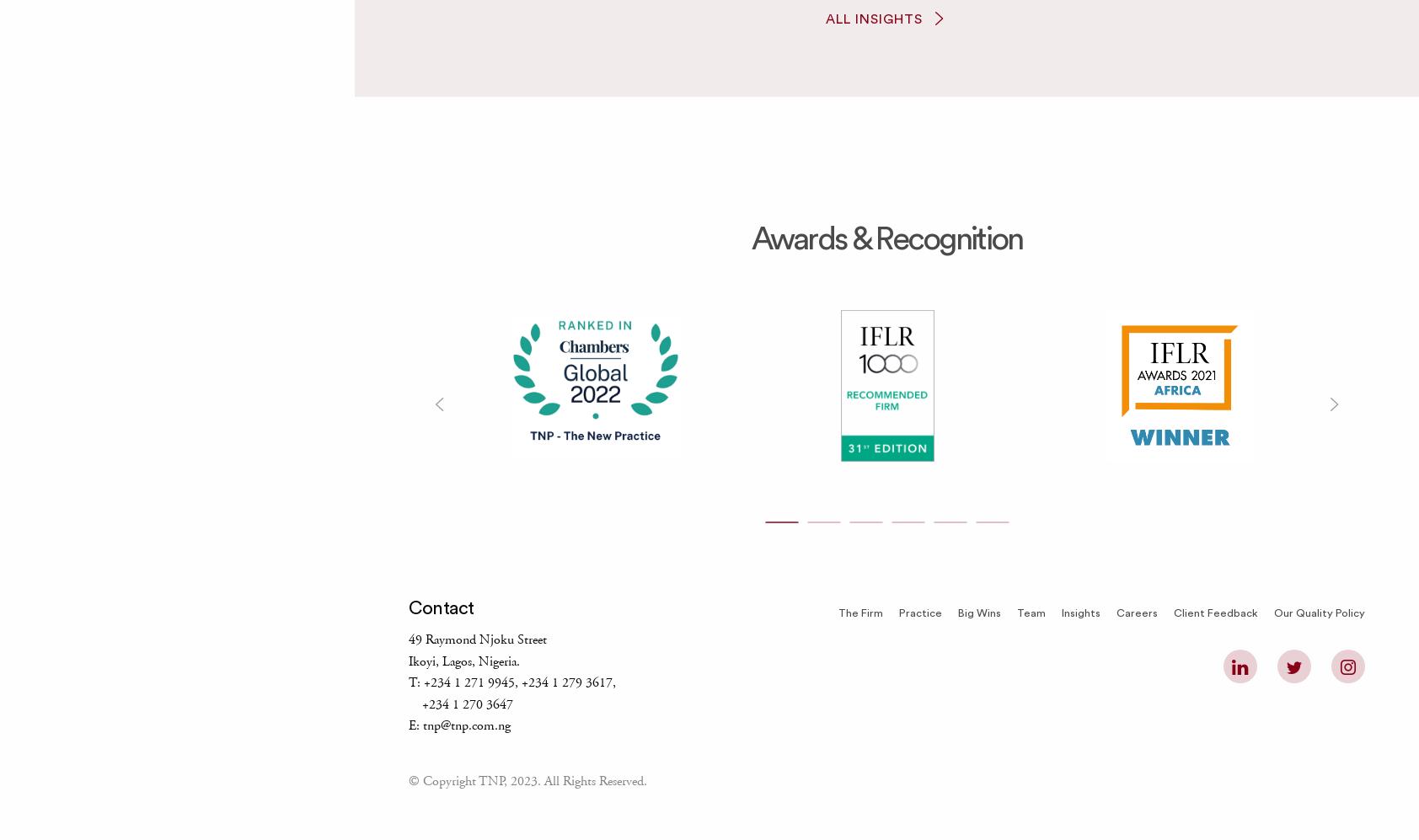 Image resolution: width=1419 pixels, height=840 pixels. Describe the element at coordinates (978, 613) in the screenshot. I see `'Big Wins'` at that location.